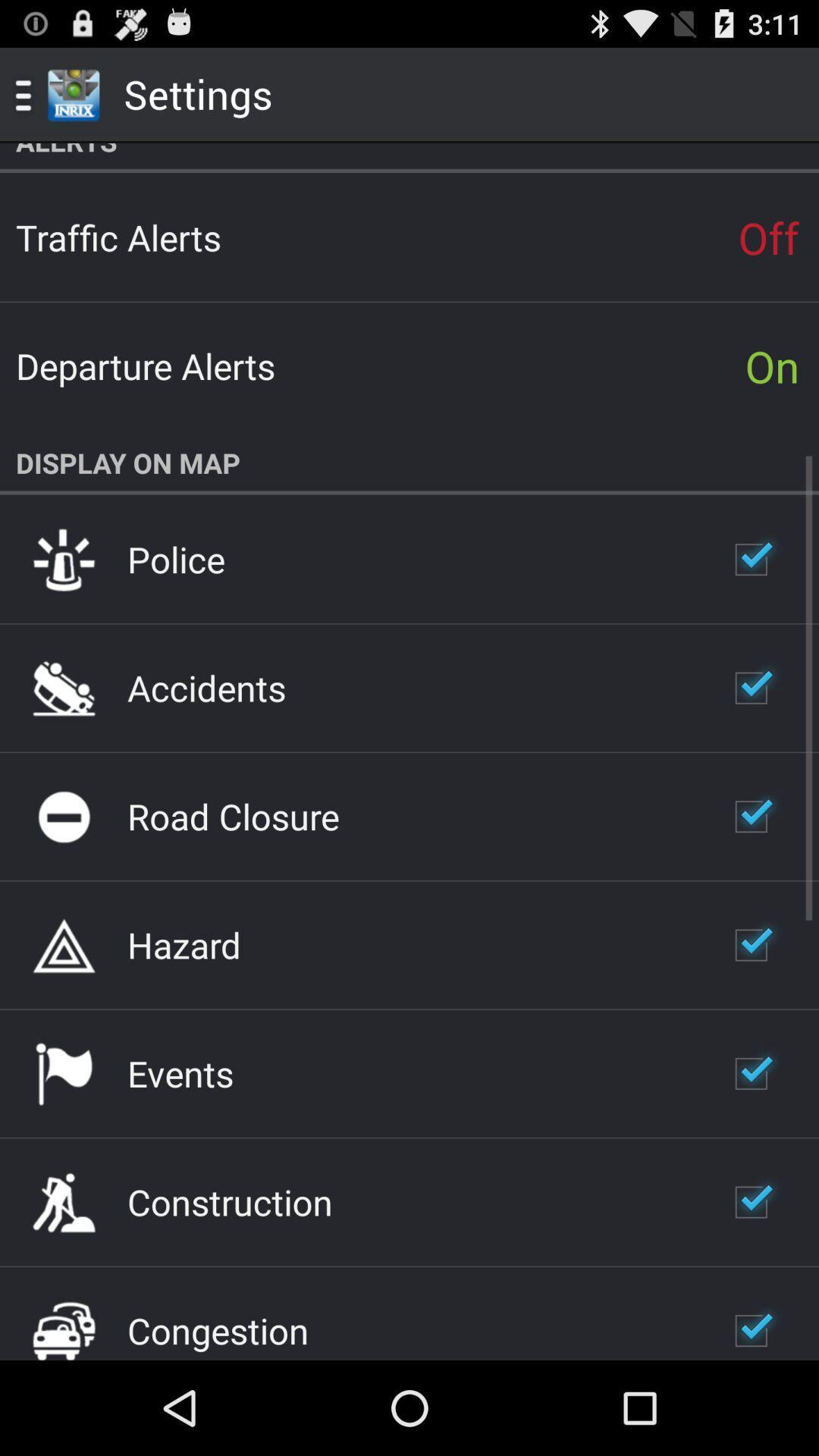 This screenshot has height=1456, width=819. I want to click on the item next to on app, so click(146, 366).